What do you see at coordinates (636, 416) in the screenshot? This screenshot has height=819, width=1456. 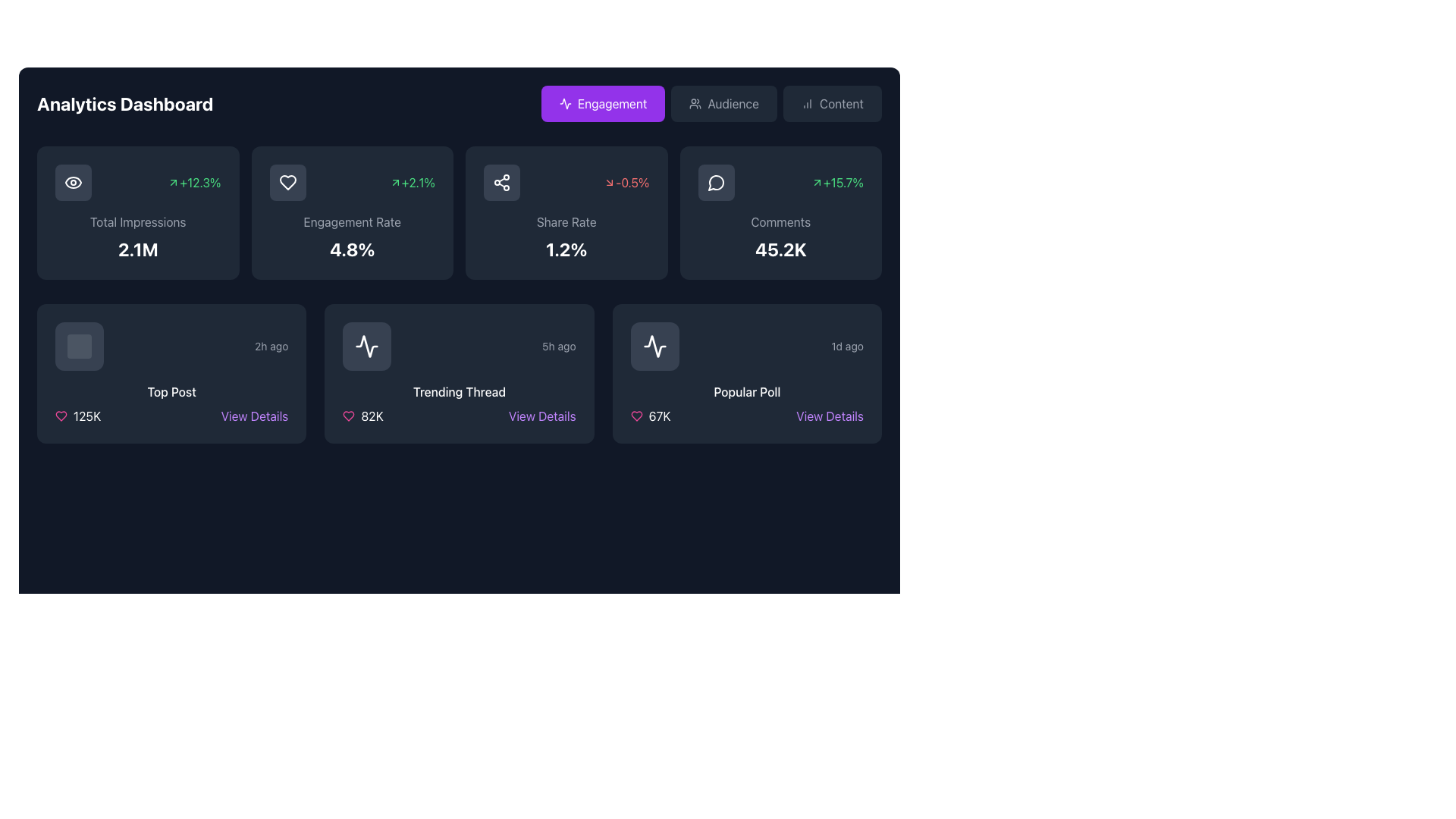 I see `the pink heart icon located to the left of the text '67K' in the Popular Poll card for visual feedback` at bounding box center [636, 416].